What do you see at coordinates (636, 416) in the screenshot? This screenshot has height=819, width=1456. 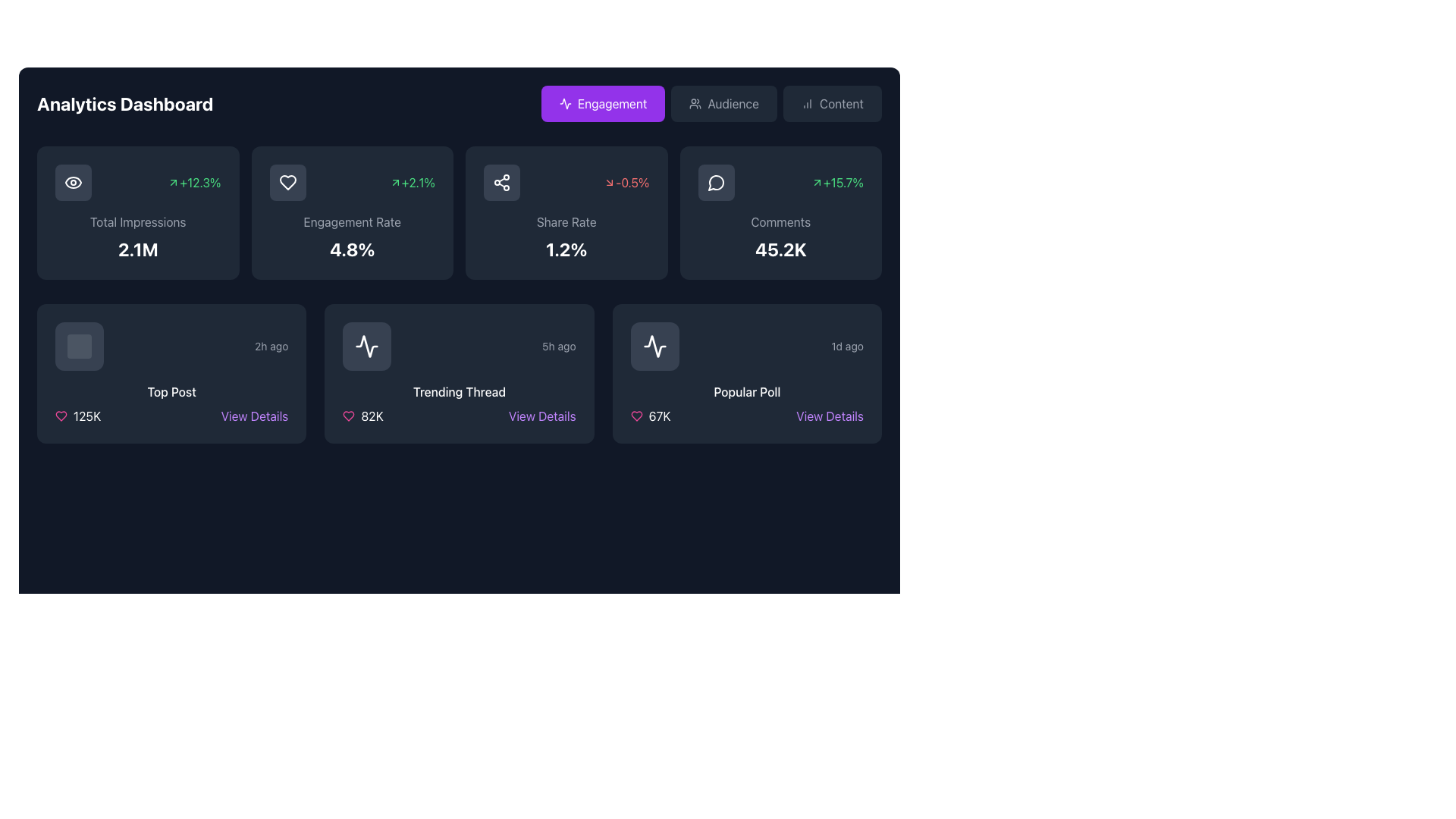 I see `the pink heart icon located to the left of the text '67K' in the Popular Poll card for visual feedback` at bounding box center [636, 416].